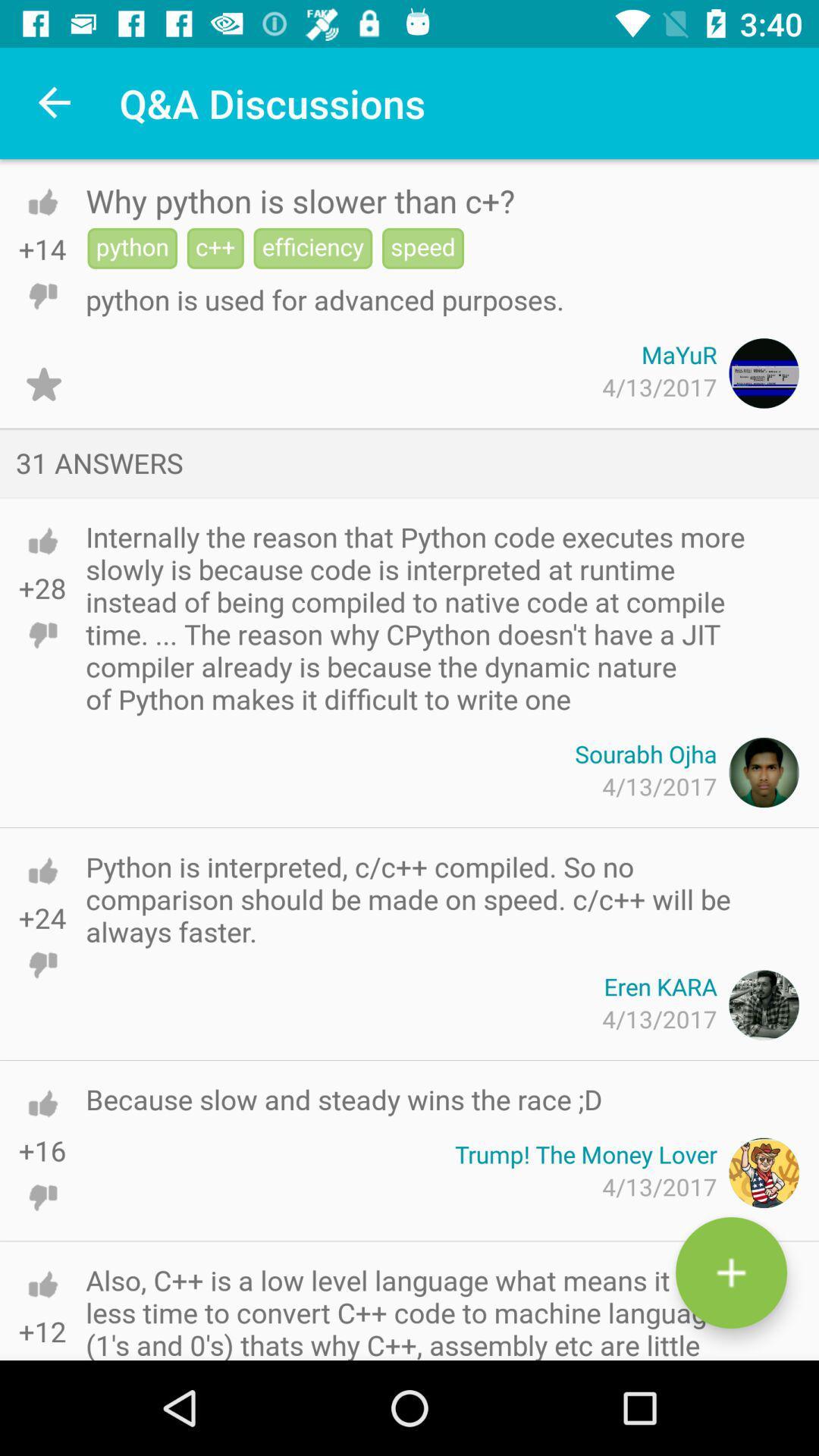 The image size is (819, 1456). I want to click on see the additional content of the page, so click(730, 1272).